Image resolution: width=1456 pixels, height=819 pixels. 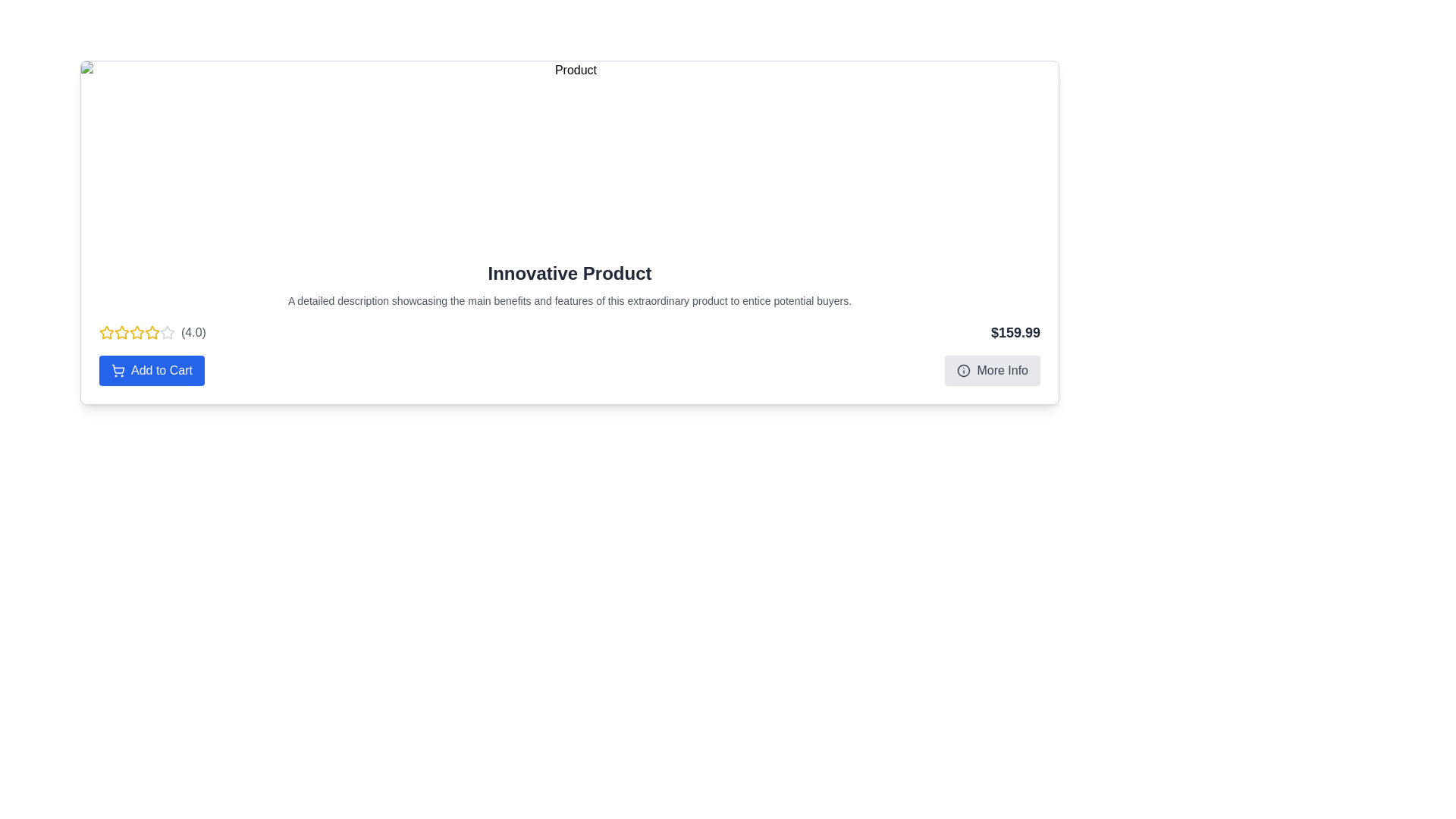 I want to click on the icon that visually represents additional information, located inside the 'More Info' button at the right end of the card layout, so click(x=963, y=371).